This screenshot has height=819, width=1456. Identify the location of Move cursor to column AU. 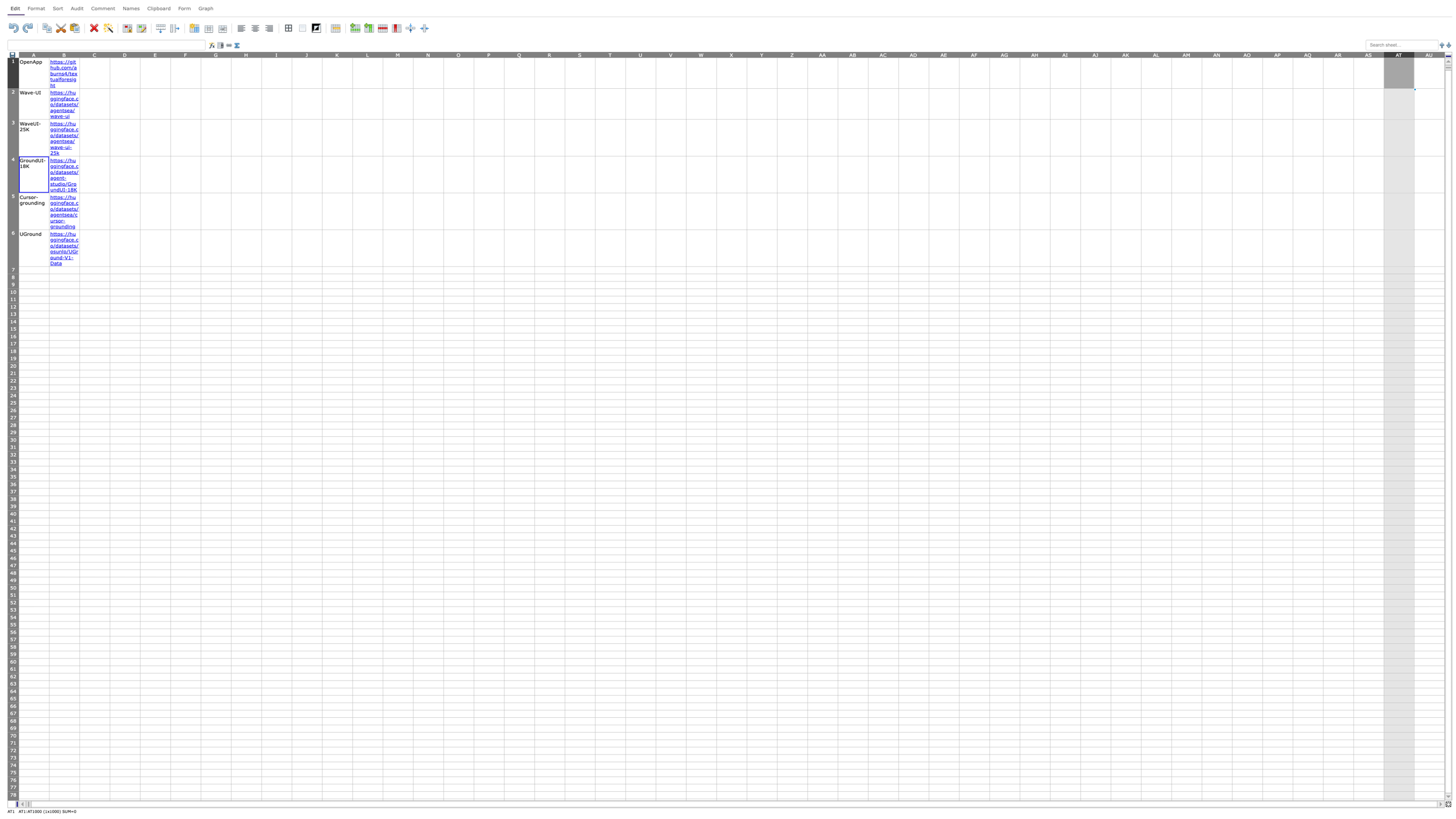
(1429, 54).